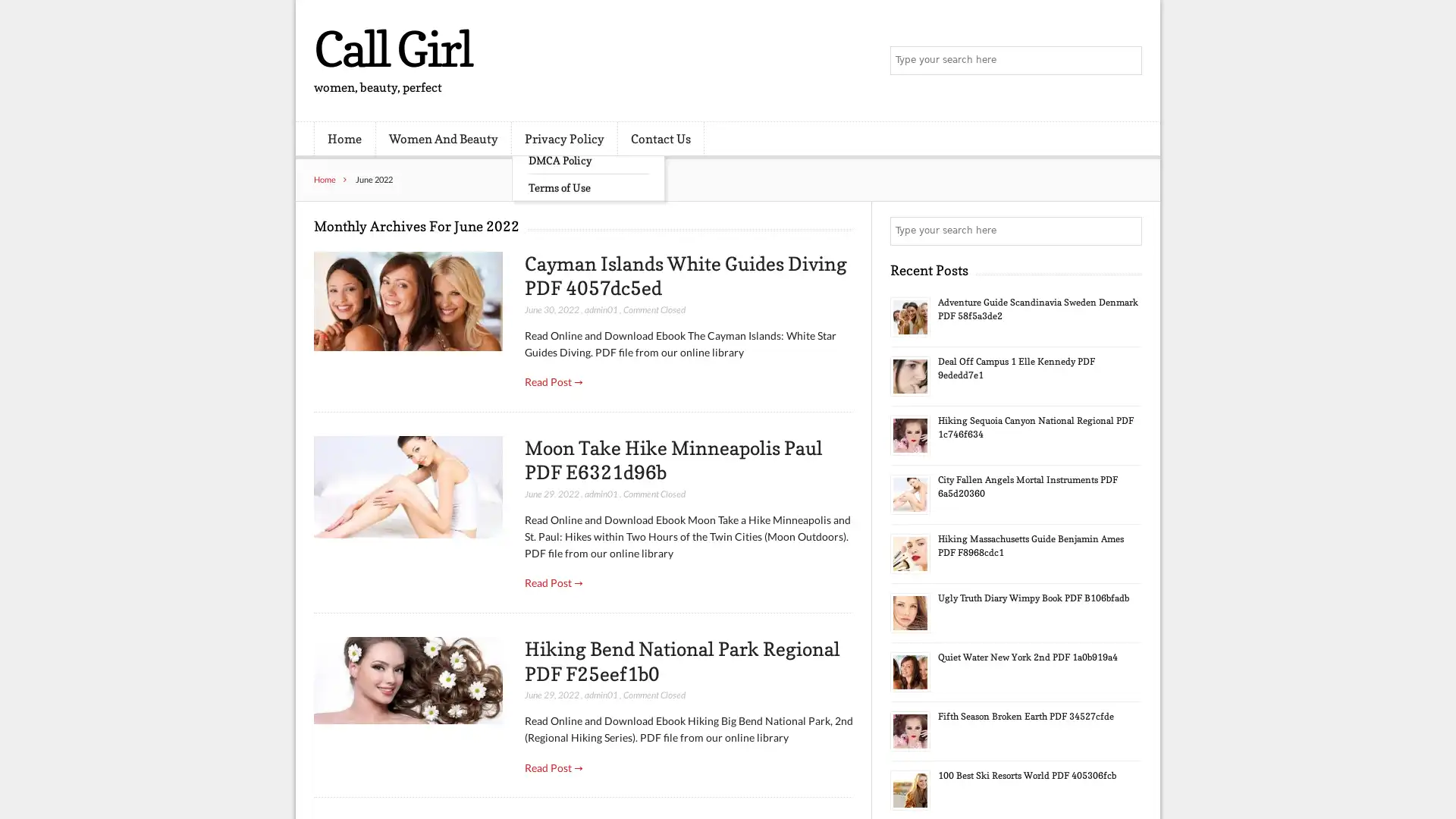 Image resolution: width=1456 pixels, height=819 pixels. I want to click on Search, so click(1126, 61).